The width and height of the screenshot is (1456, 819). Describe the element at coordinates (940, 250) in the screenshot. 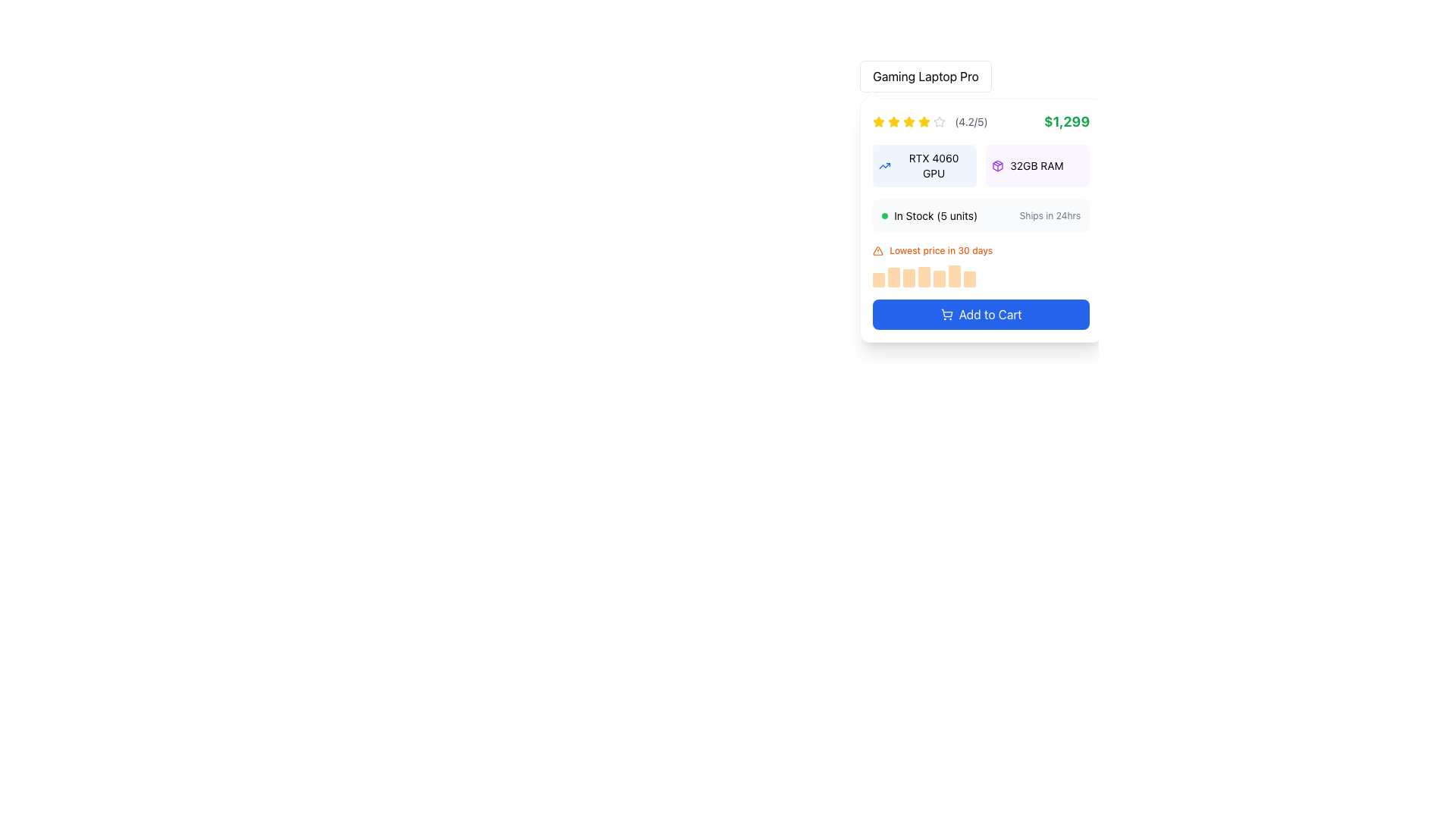

I see `text content of the label displaying 'Lowest price in 30 days', which is styled in orange and located centrally within its card layout` at that location.